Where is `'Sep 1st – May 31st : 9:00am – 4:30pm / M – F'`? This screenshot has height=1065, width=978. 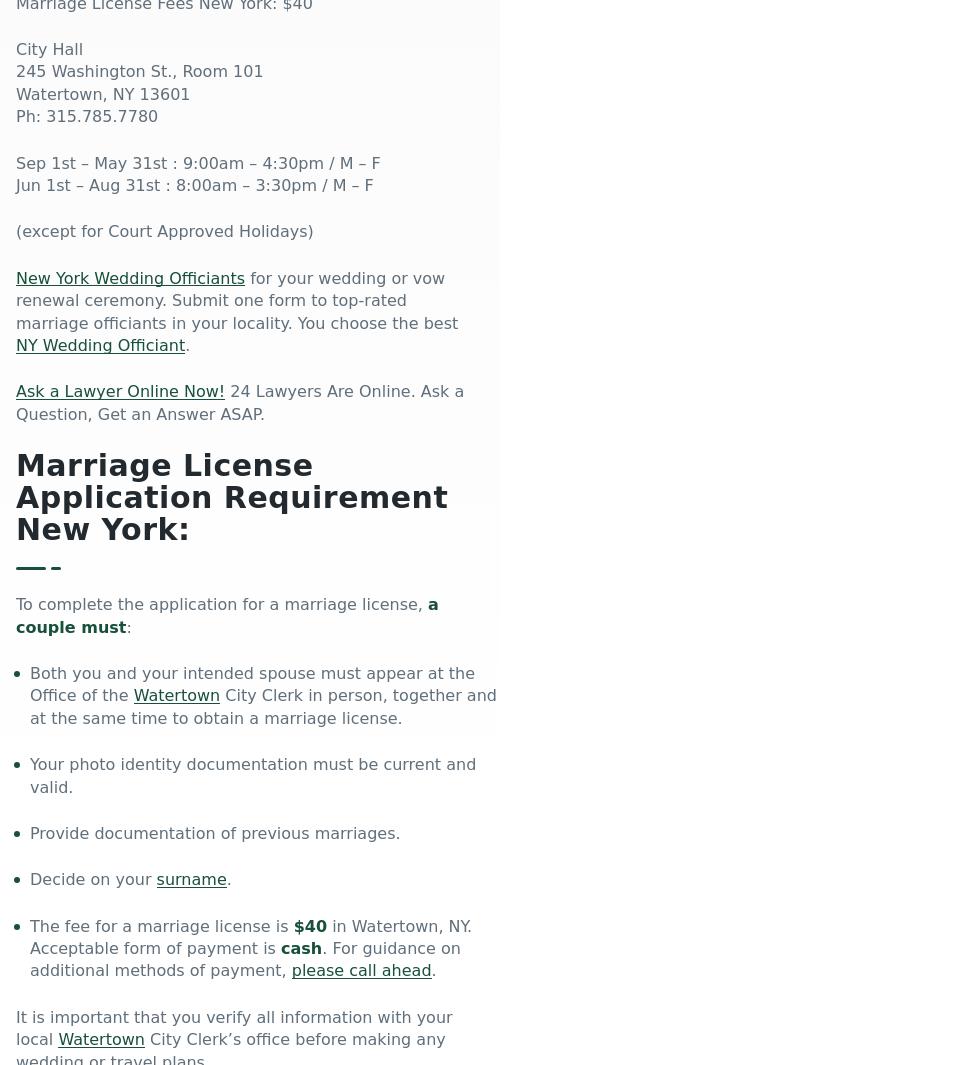
'Sep 1st – May 31st : 9:00am – 4:30pm / M – F' is located at coordinates (198, 161).